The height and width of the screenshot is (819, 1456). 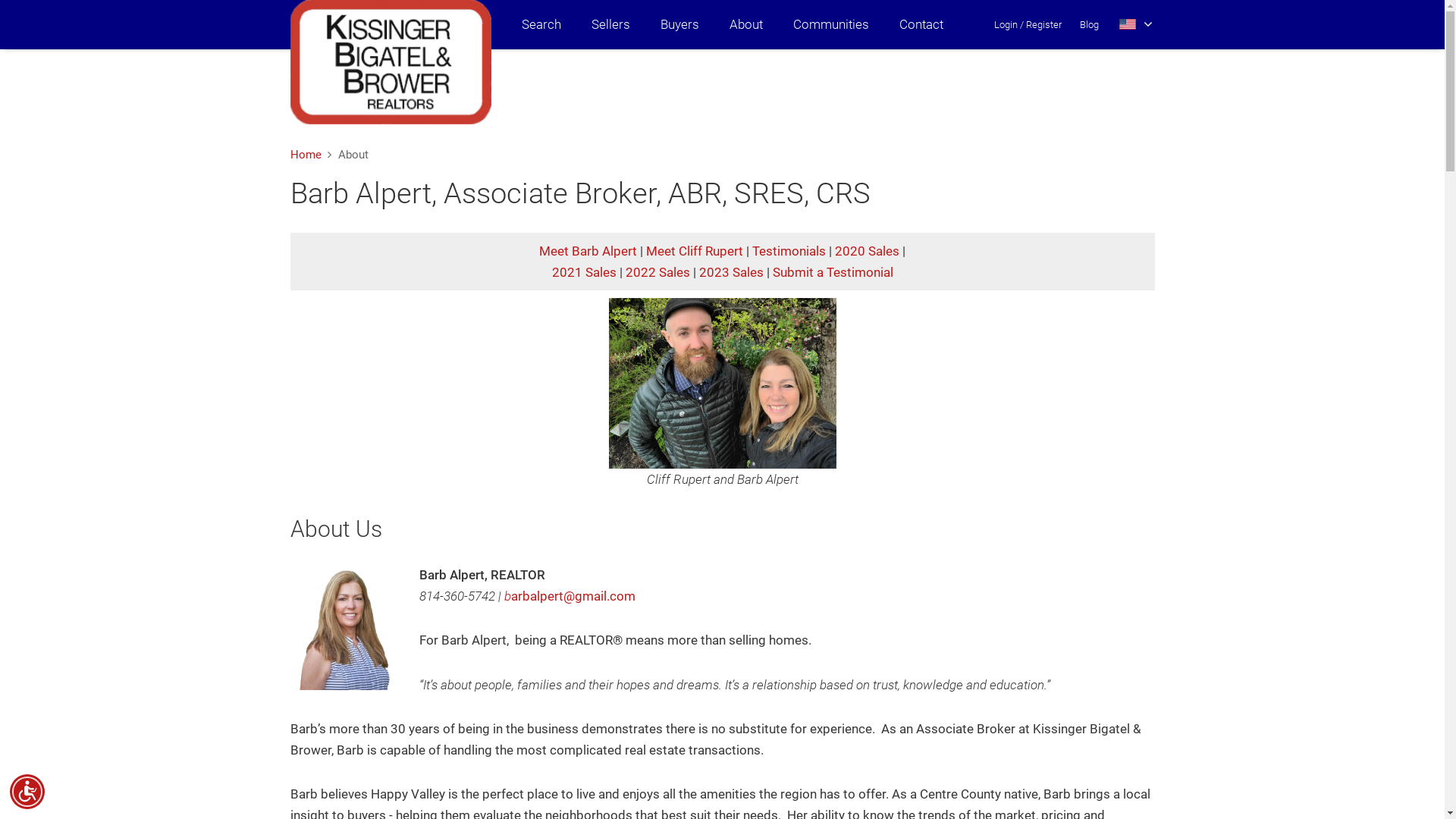 What do you see at coordinates (831, 271) in the screenshot?
I see `'Submit a Testimonial'` at bounding box center [831, 271].